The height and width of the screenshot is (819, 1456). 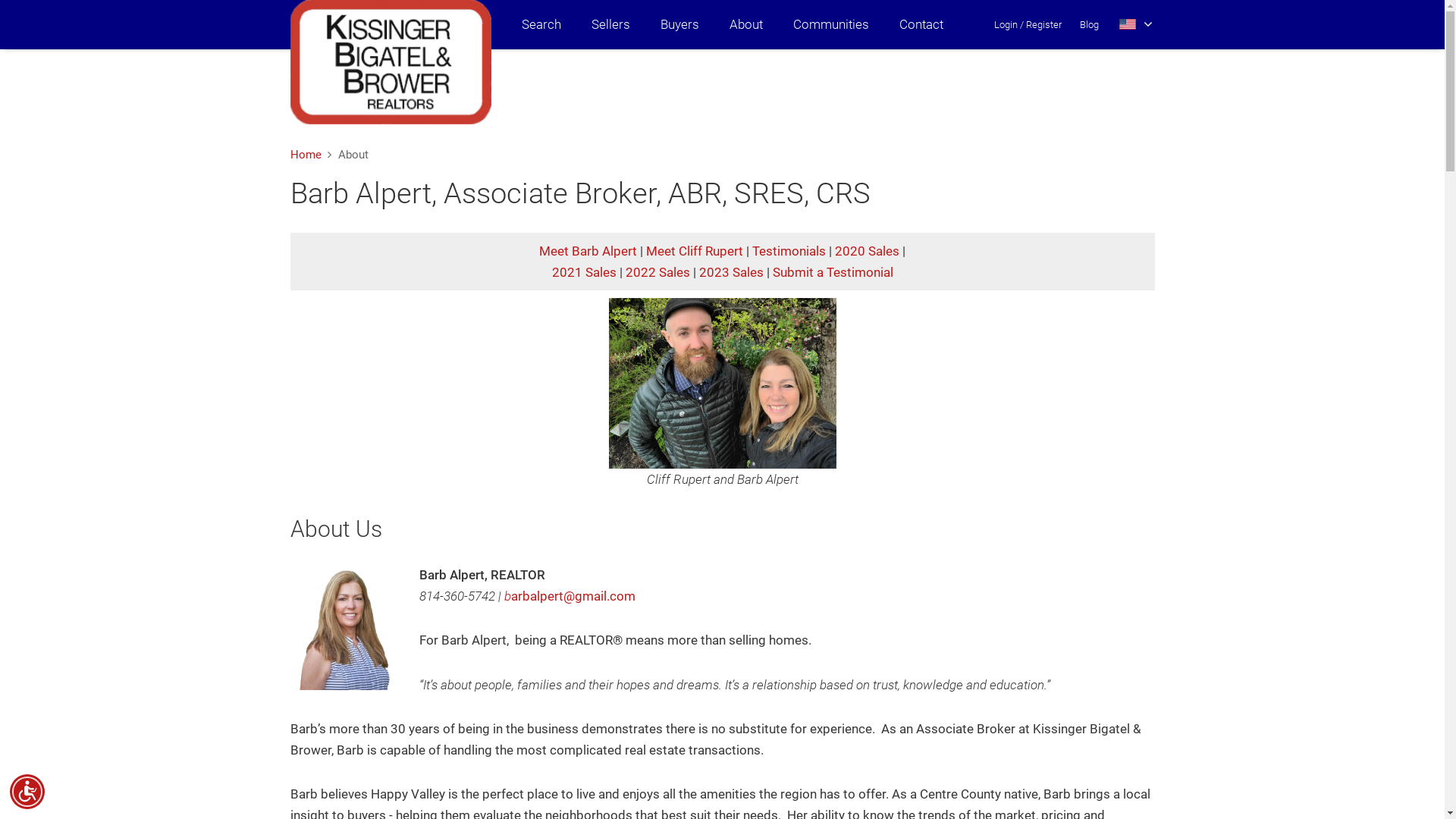 What do you see at coordinates (831, 271) in the screenshot?
I see `'Submit a Testimonial'` at bounding box center [831, 271].